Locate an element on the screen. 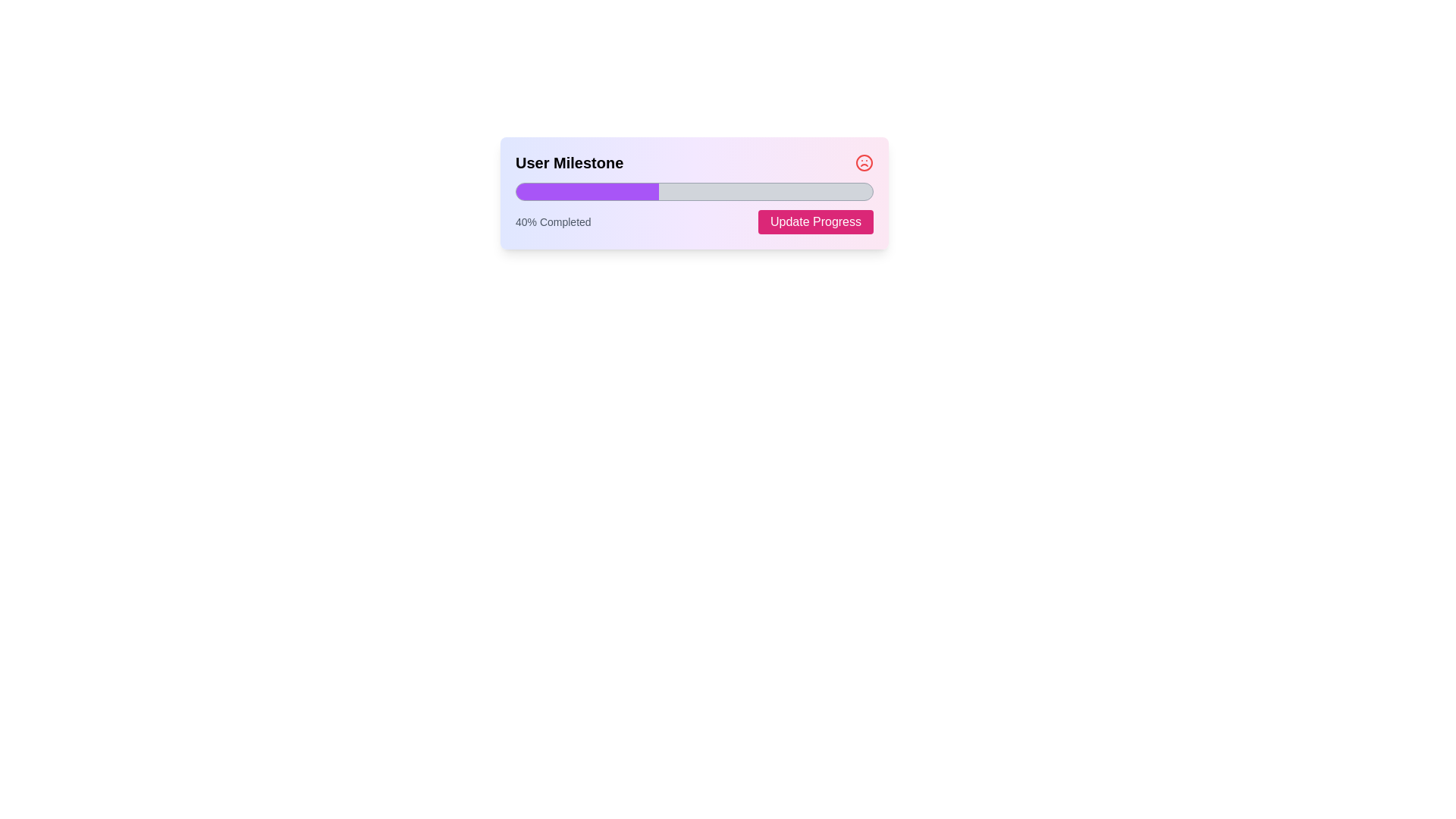 This screenshot has height=819, width=1456. the filled portion of the progress bar, which is purple and represents 40% completion, located under the 'User Milestone' label is located at coordinates (586, 191).